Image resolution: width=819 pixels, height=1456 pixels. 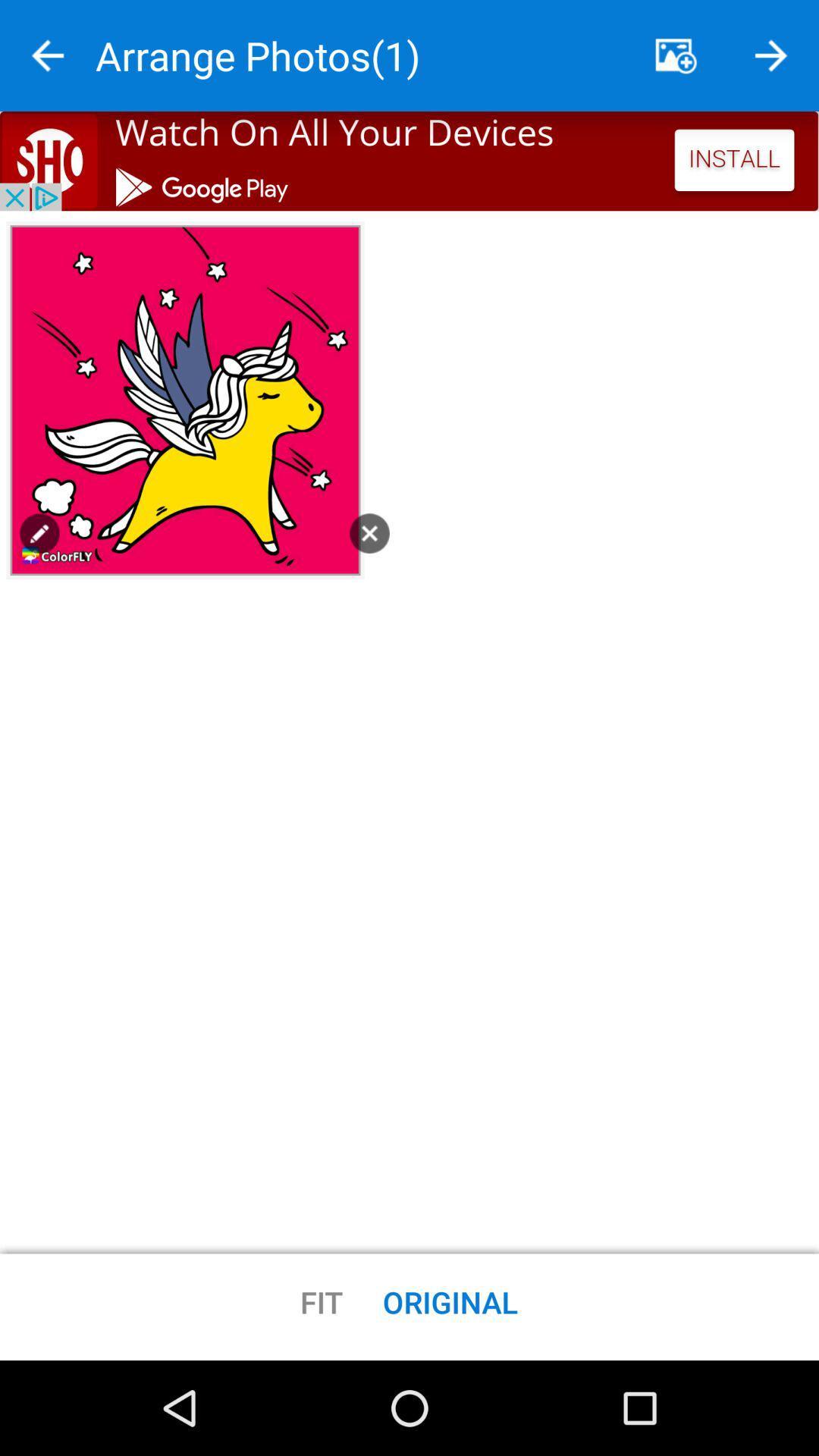 What do you see at coordinates (771, 55) in the screenshot?
I see `next the option` at bounding box center [771, 55].